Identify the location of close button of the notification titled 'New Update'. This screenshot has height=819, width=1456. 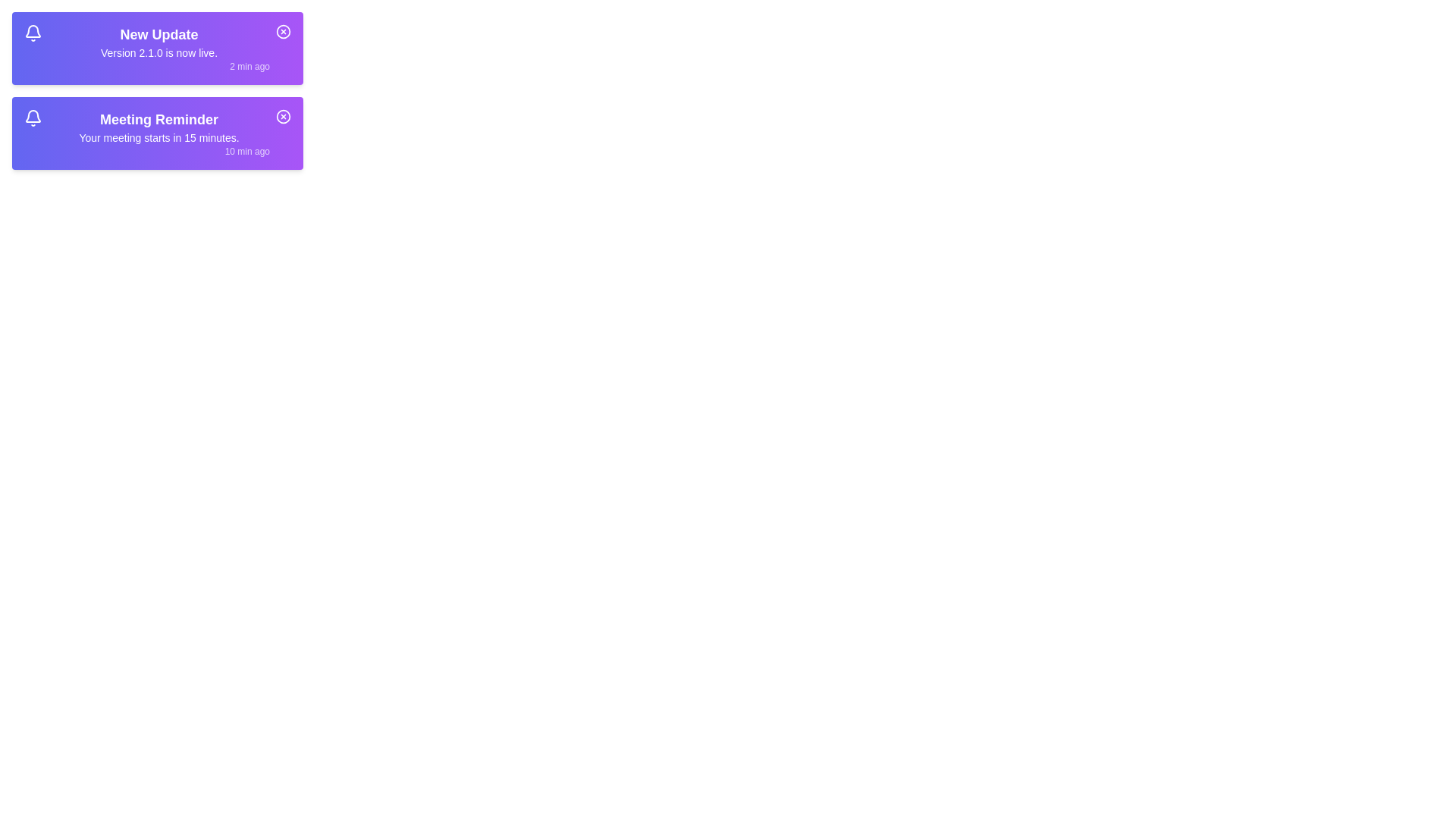
(284, 32).